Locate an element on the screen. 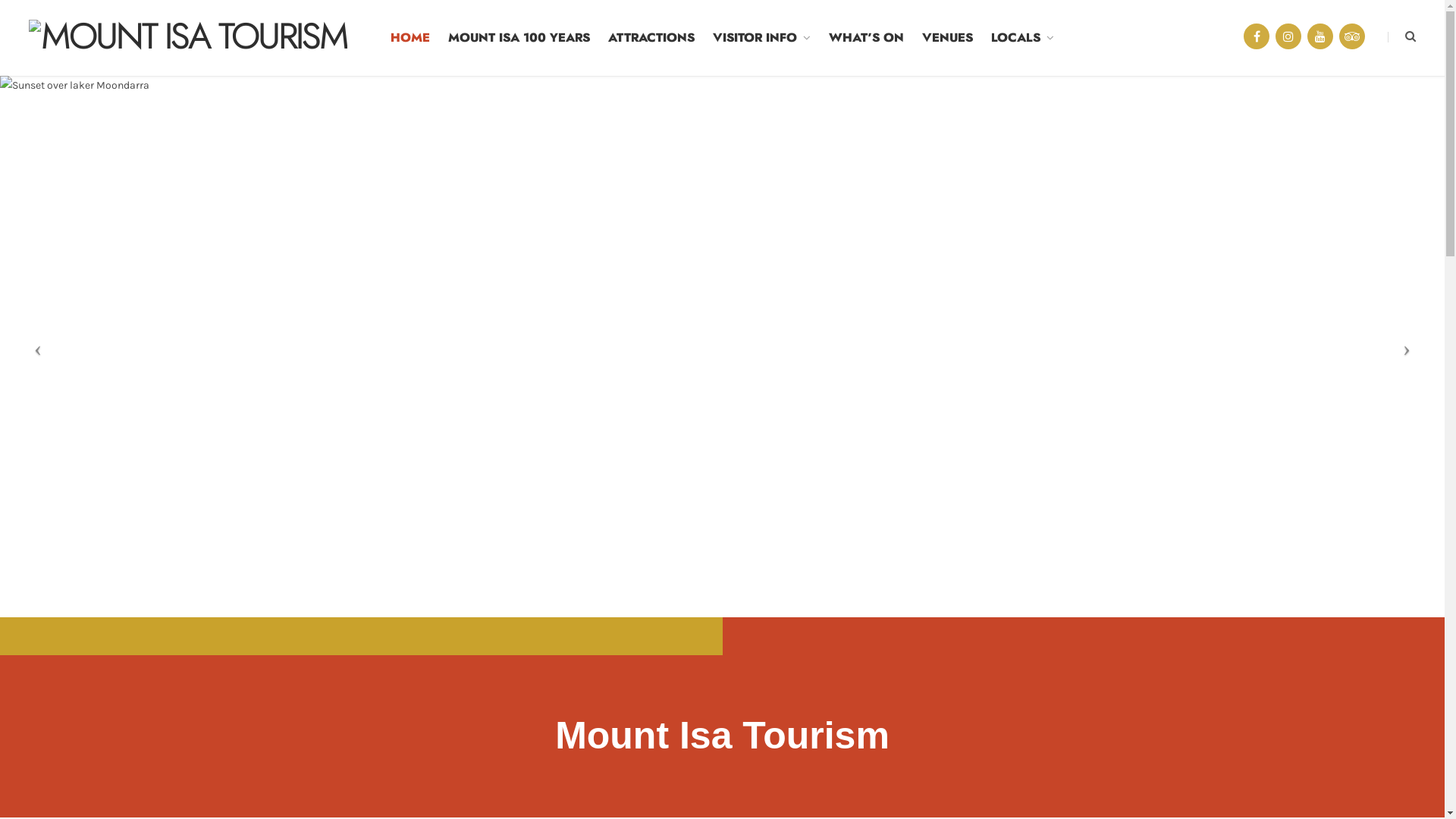 This screenshot has height=819, width=1456. 'VISITOR INFO' is located at coordinates (761, 37).